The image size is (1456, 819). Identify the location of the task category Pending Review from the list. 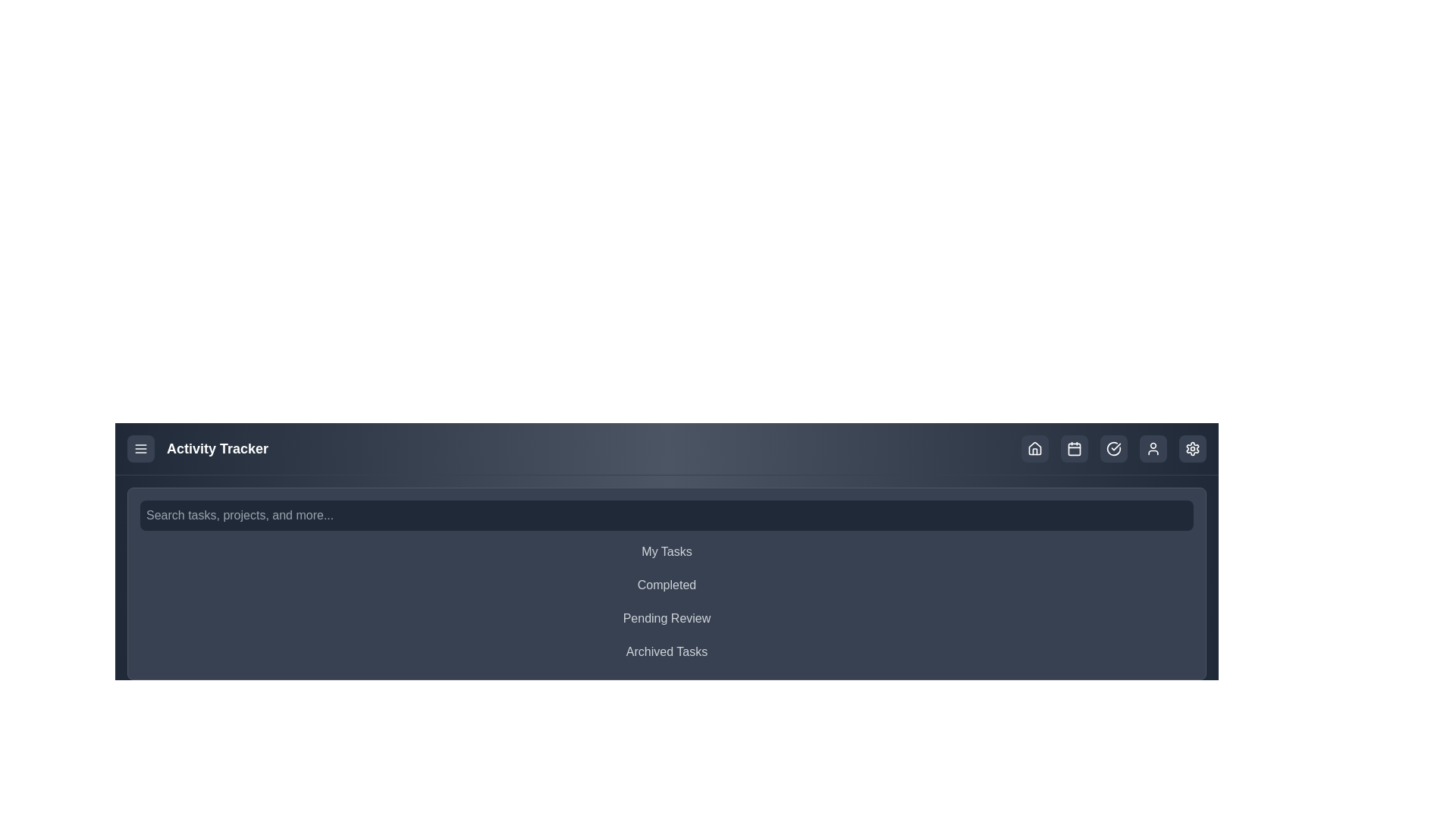
(667, 619).